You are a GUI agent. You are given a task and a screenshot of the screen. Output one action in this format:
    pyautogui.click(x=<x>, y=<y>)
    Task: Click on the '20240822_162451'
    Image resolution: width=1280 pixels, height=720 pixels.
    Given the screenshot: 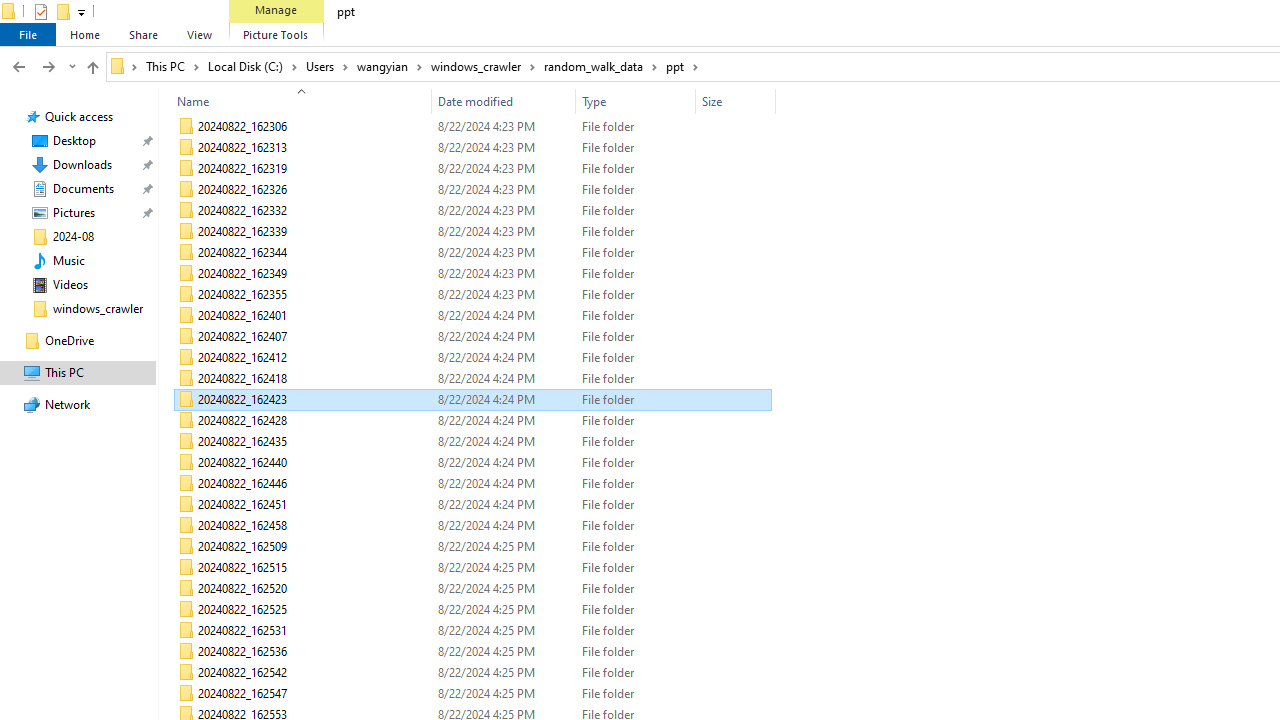 What is the action you would take?
    pyautogui.click(x=471, y=504)
    